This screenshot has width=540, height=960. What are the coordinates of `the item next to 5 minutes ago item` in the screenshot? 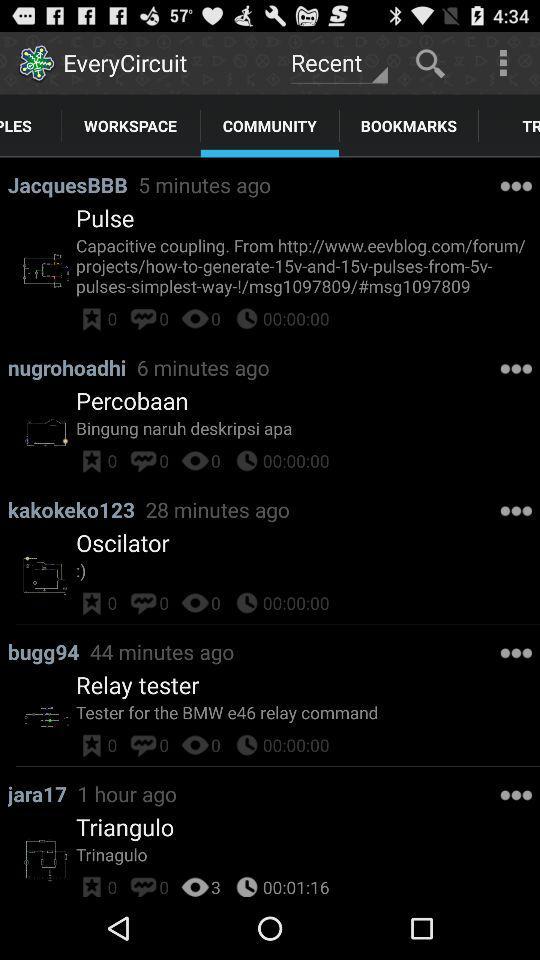 It's located at (72, 184).